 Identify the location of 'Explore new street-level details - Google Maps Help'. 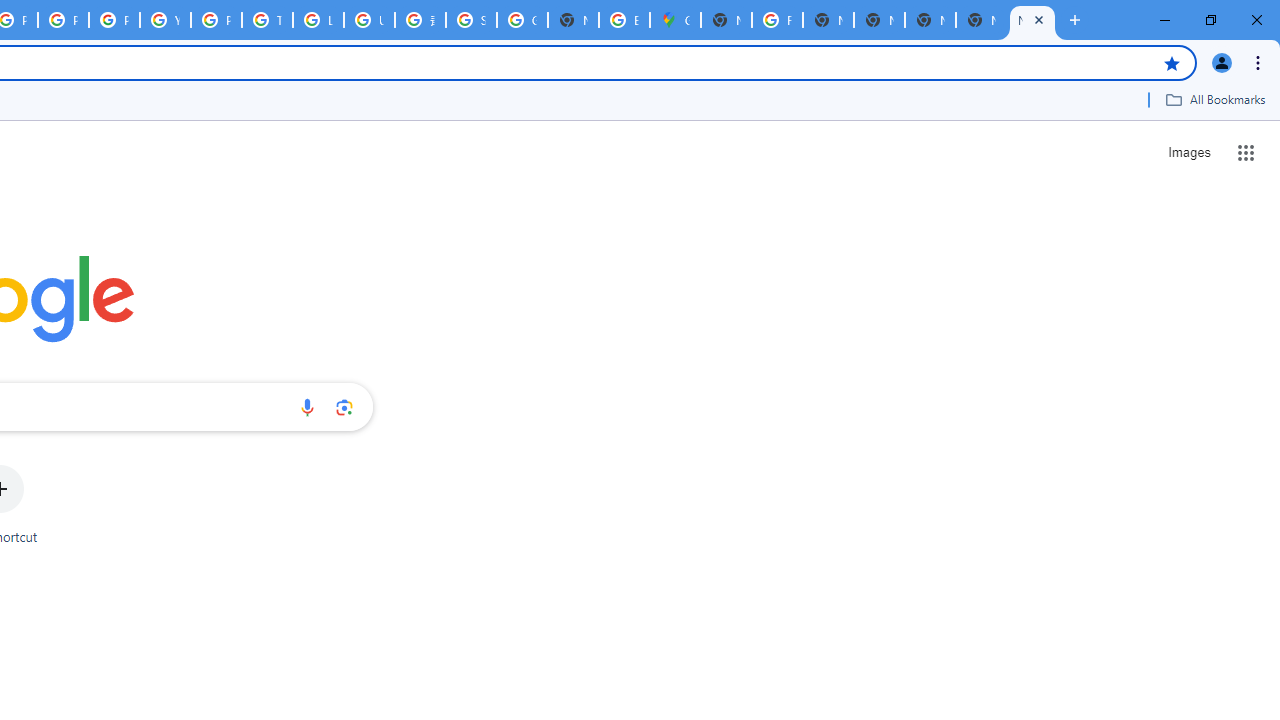
(623, 20).